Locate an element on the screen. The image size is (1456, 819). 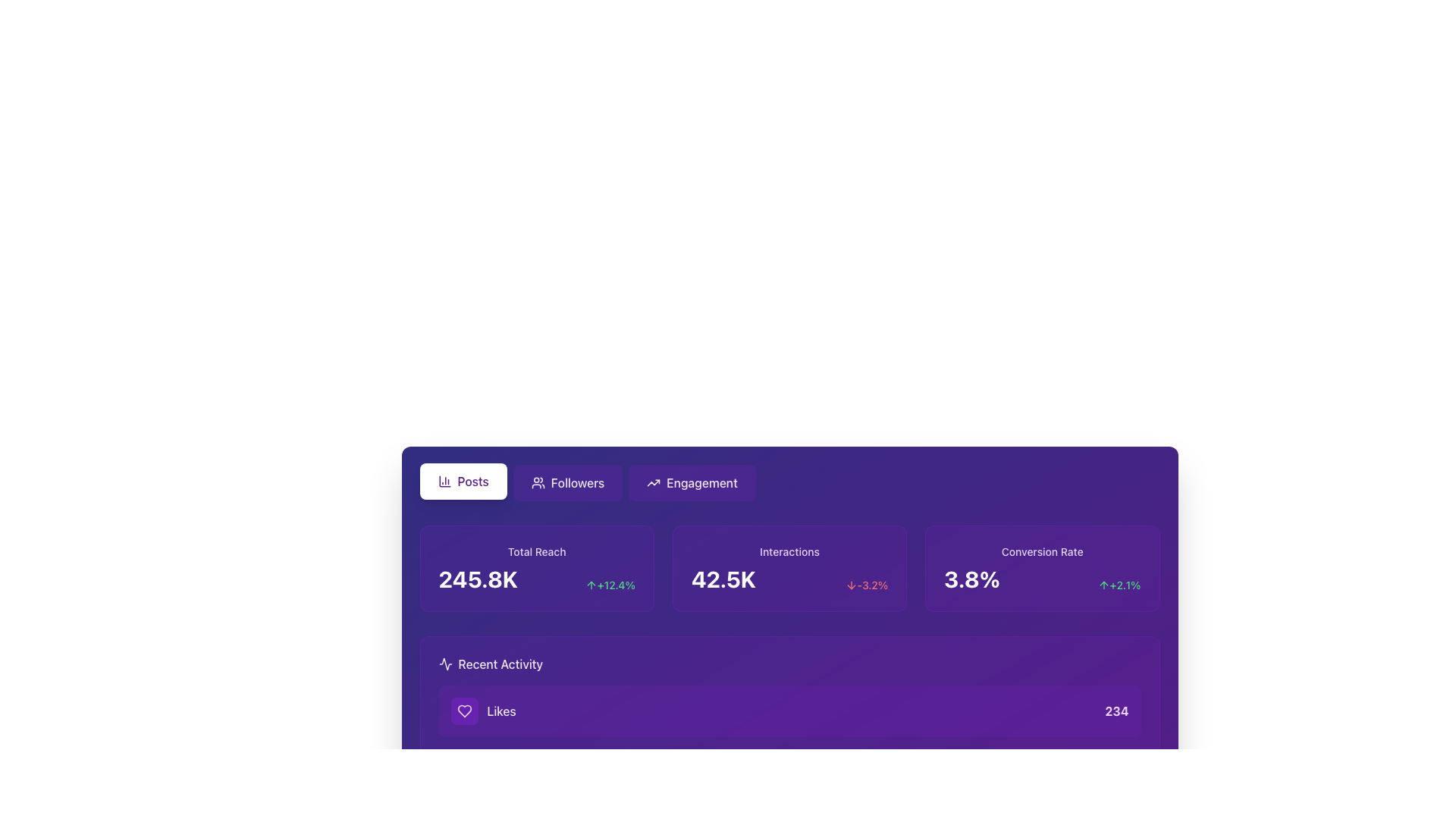
displayed value '42.5K' from the text display that shows interactions data in bold white font on a purple background is located at coordinates (723, 579).